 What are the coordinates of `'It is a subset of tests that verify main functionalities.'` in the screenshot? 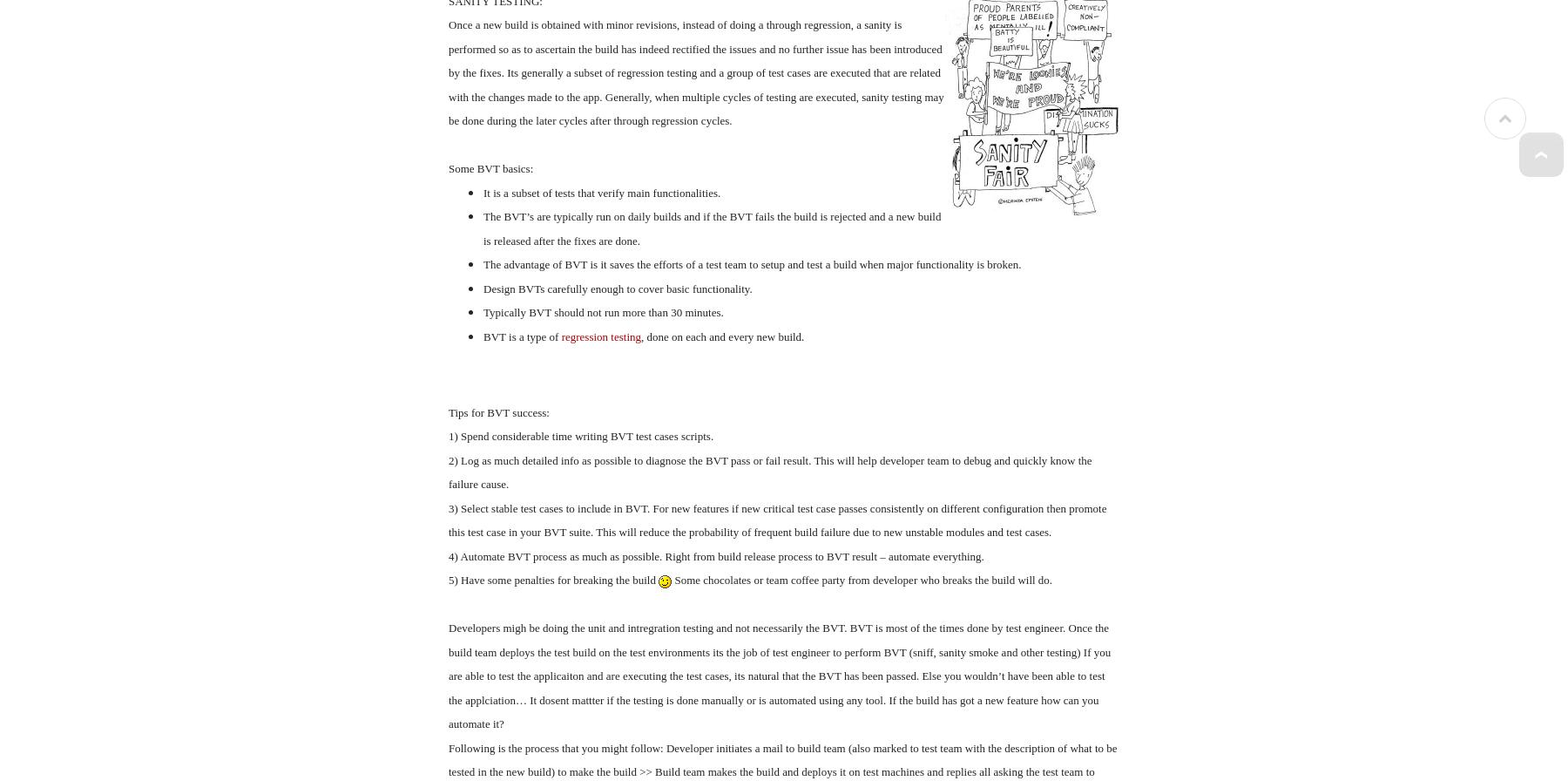 It's located at (601, 192).